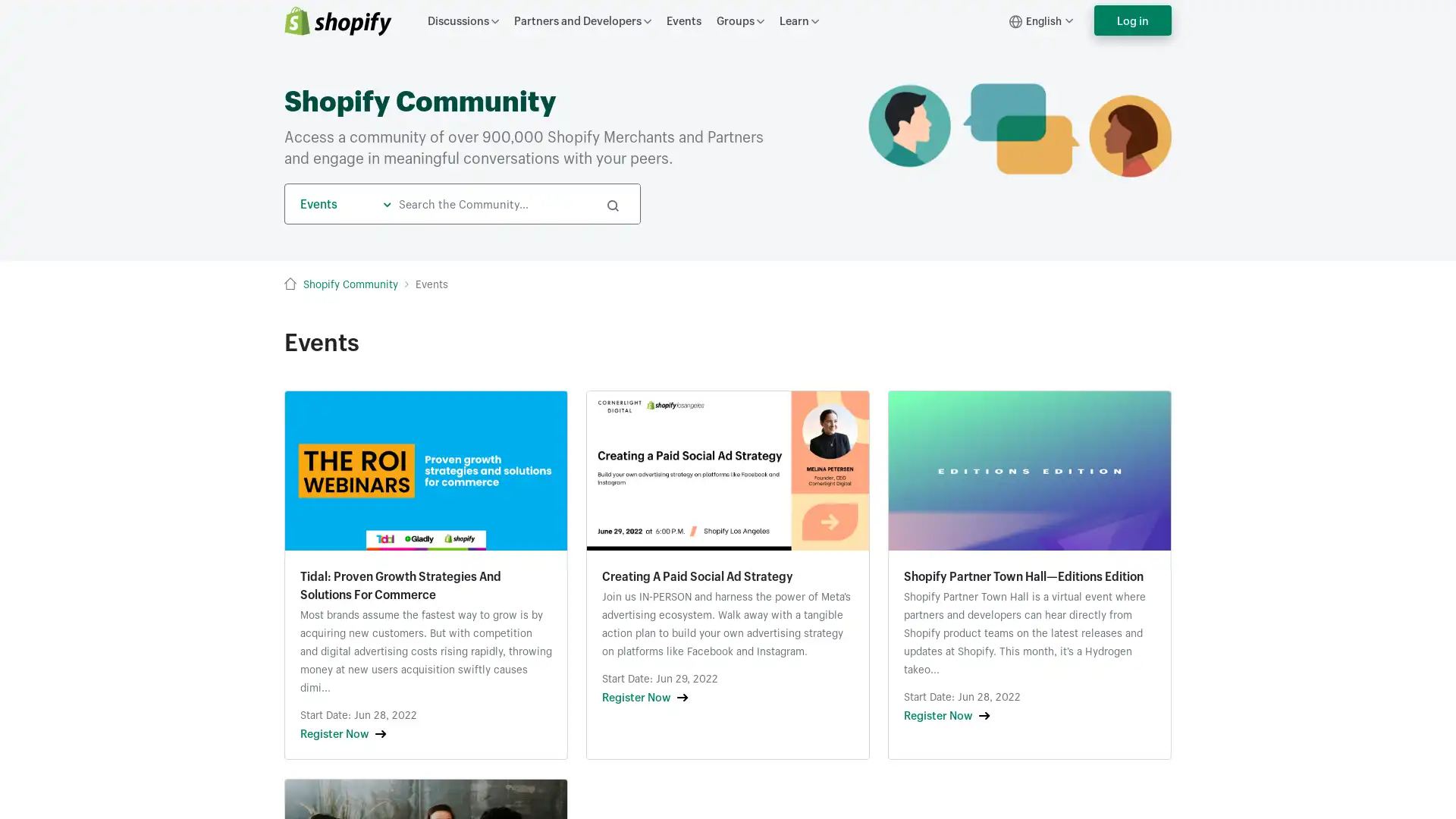  Describe the element at coordinates (726, 470) in the screenshot. I see `Growth Lab Khoros Assets (9).png` at that location.